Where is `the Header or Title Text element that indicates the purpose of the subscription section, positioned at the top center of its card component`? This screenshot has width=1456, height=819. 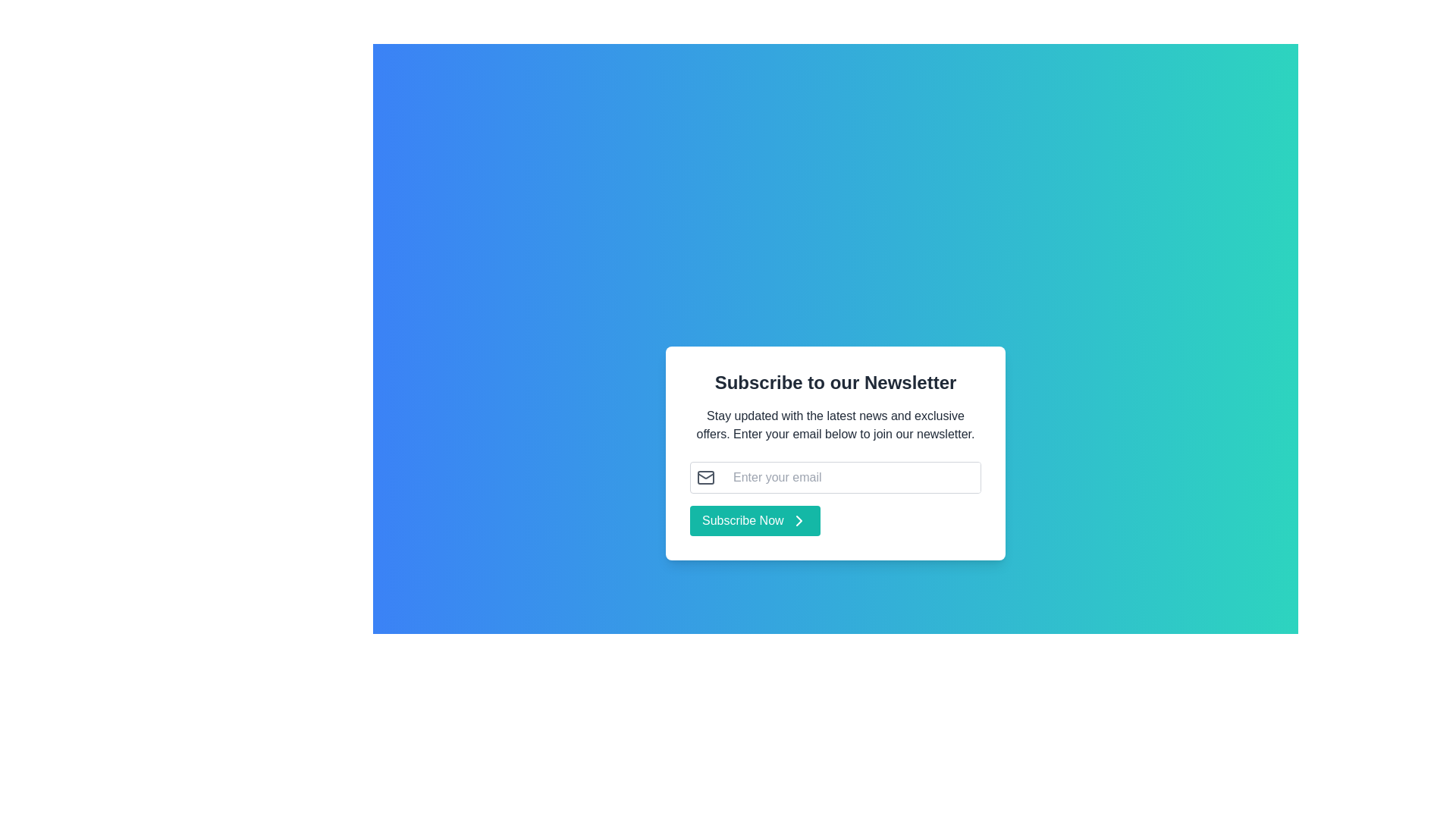
the Header or Title Text element that indicates the purpose of the subscription section, positioned at the top center of its card component is located at coordinates (835, 382).